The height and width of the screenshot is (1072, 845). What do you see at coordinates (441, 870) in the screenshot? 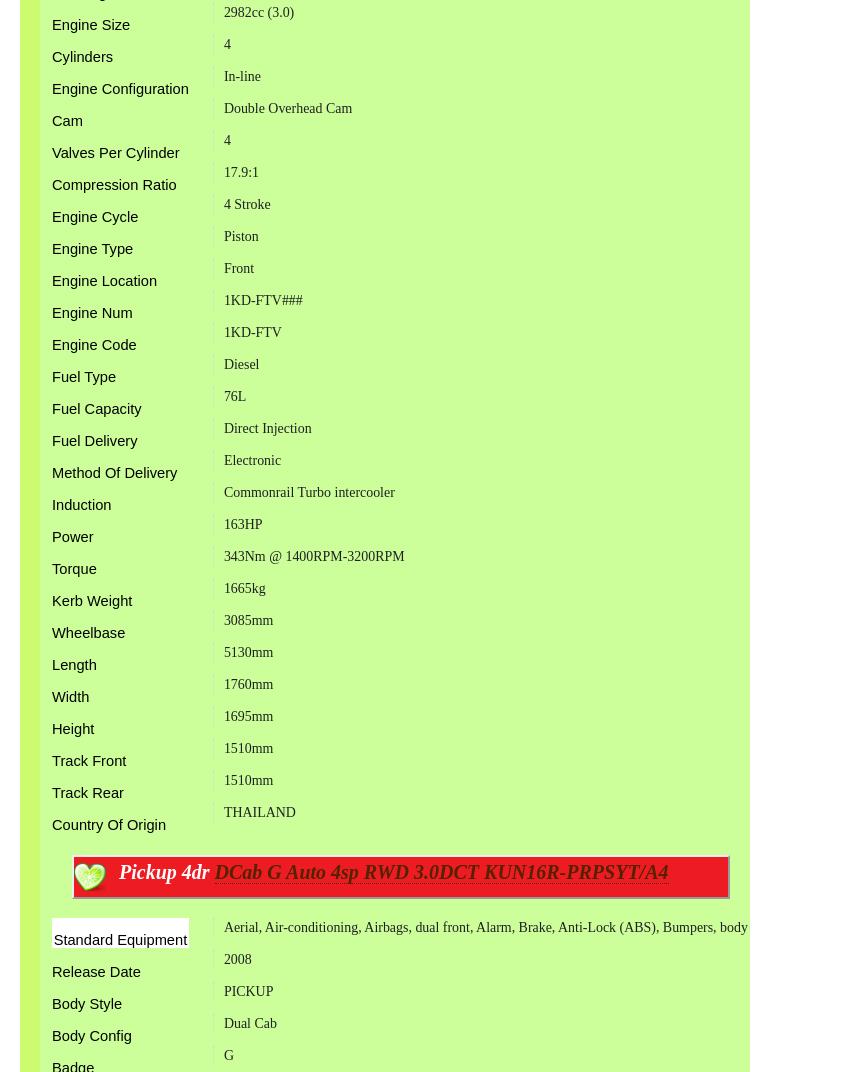
I see `'DCab G Auto 4sp RWD 3.0DCT KUN16R-PRPSYT/A4'` at bounding box center [441, 870].